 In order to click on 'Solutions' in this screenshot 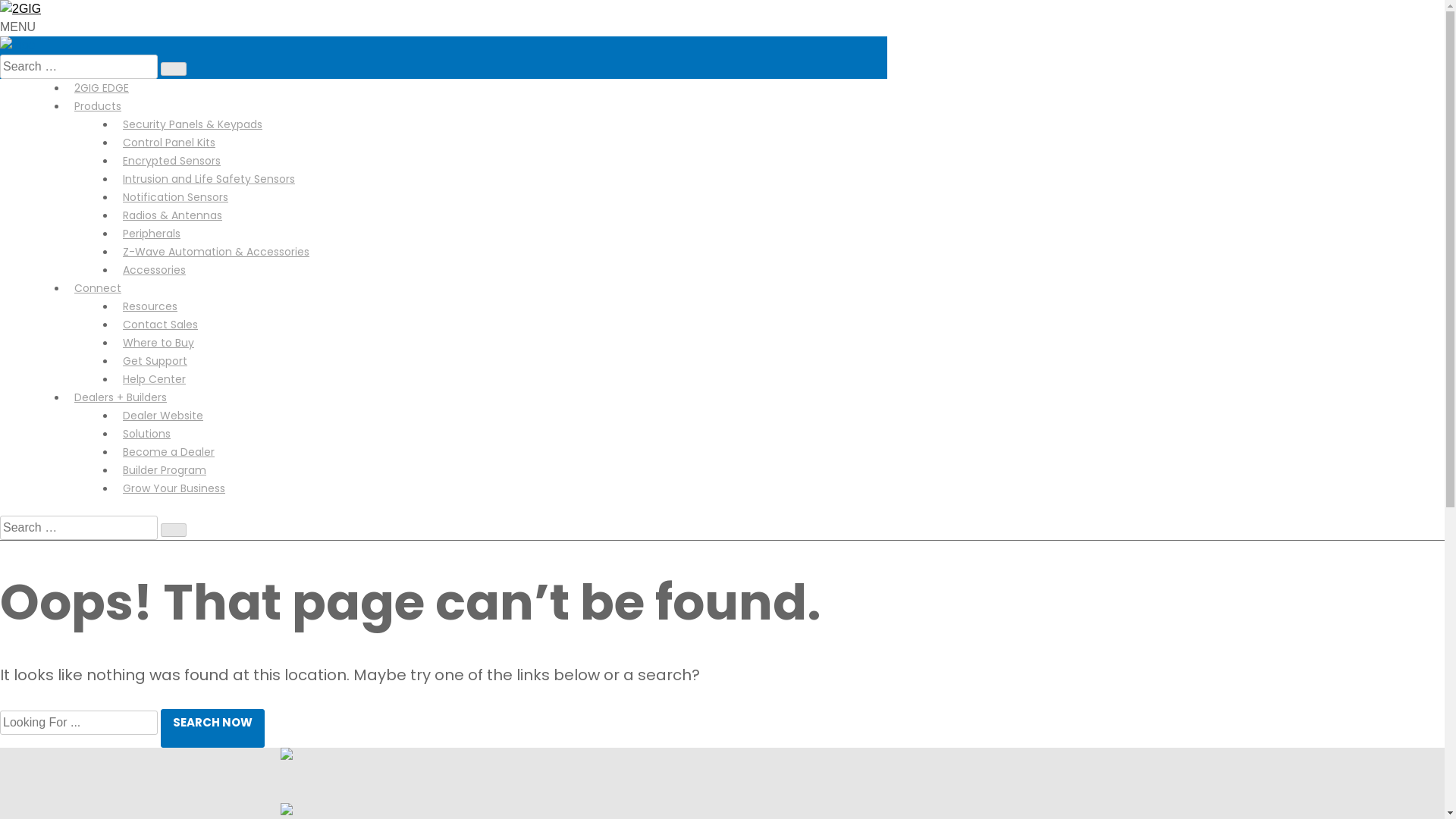, I will do `click(115, 433)`.